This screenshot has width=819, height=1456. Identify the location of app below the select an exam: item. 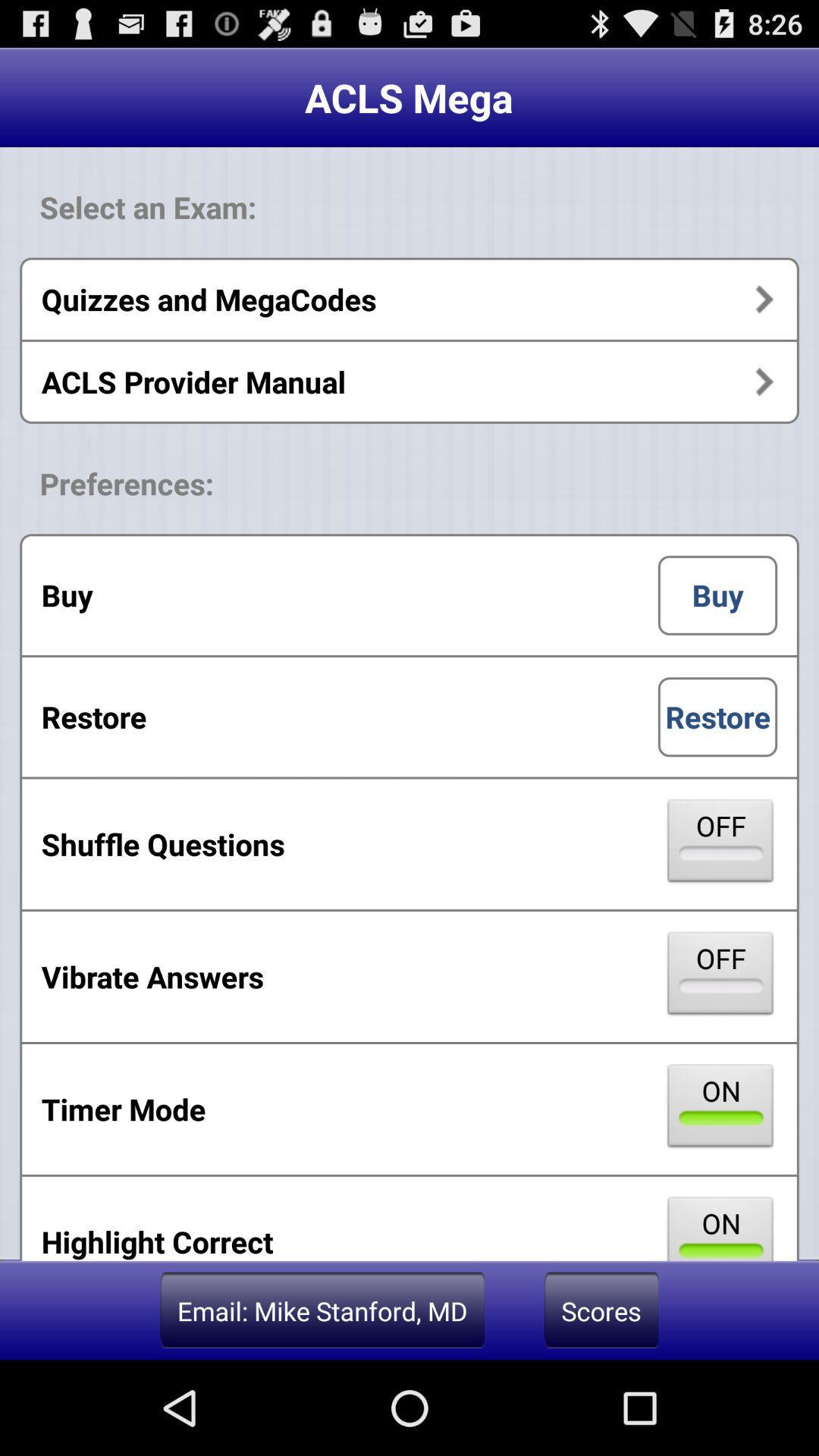
(409, 299).